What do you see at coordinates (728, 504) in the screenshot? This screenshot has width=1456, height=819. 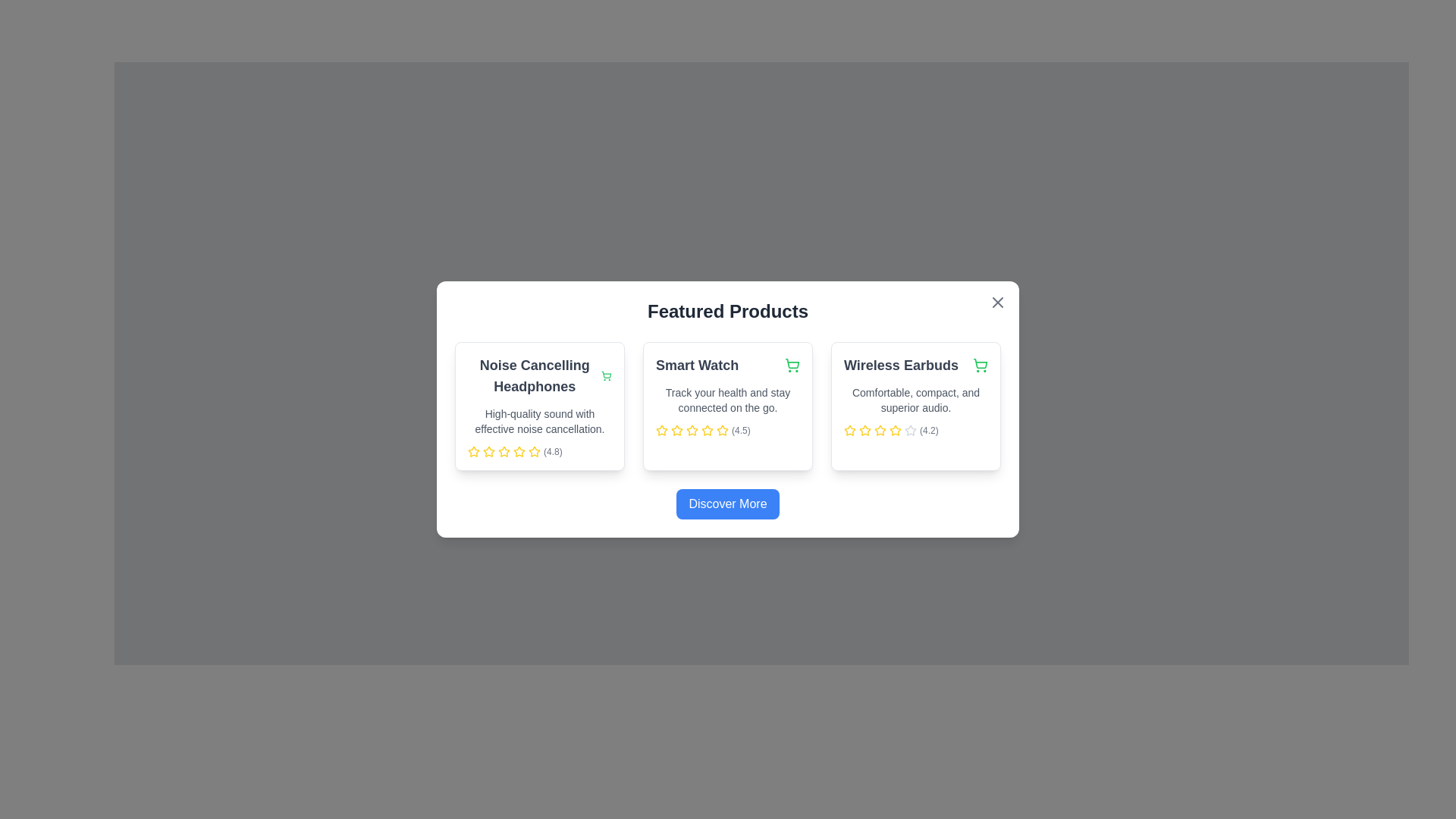 I see `the 'Discover More' button with white text on a blue background for keyboard navigation` at bounding box center [728, 504].